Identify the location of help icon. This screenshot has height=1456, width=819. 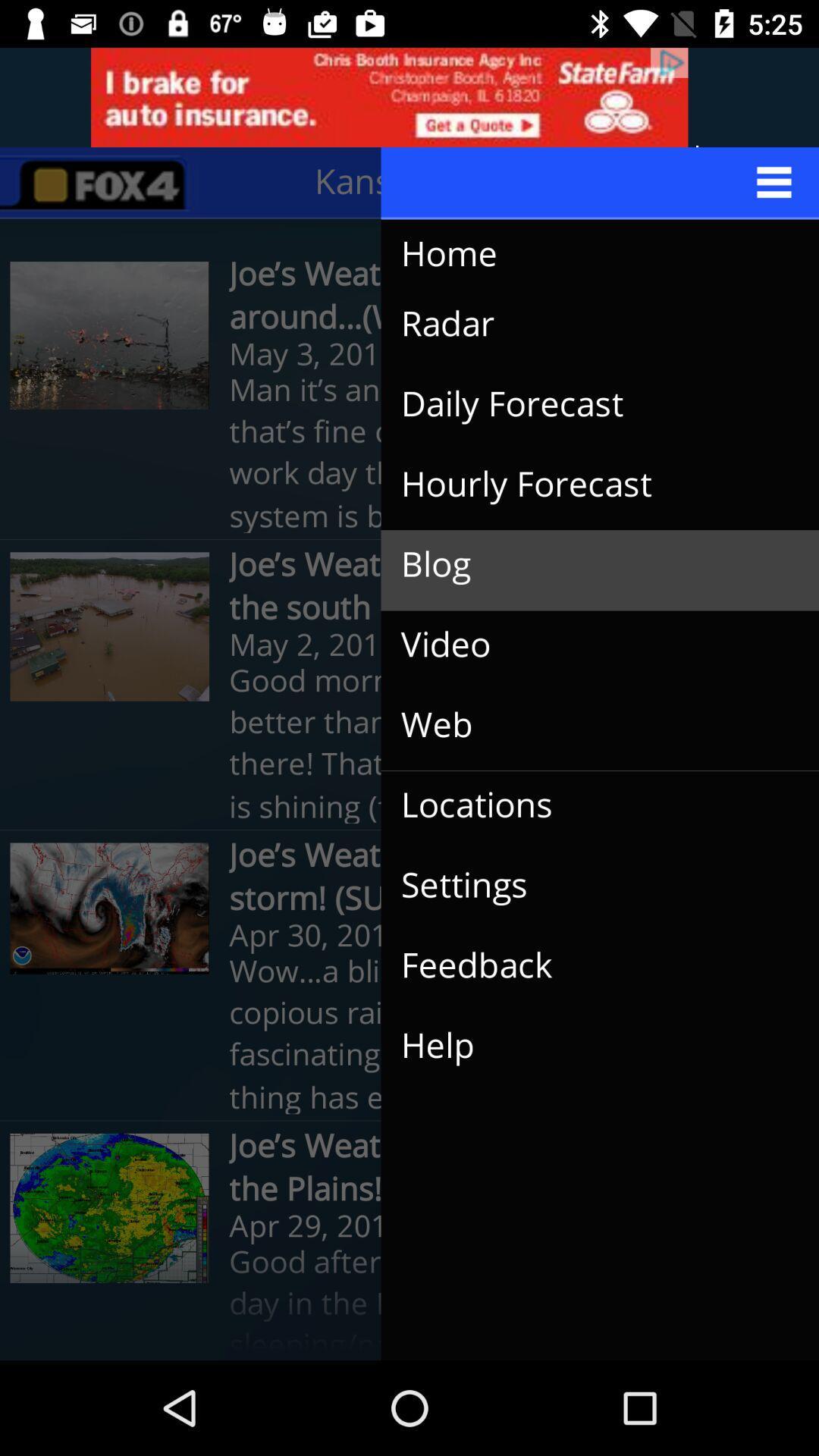
(587, 1045).